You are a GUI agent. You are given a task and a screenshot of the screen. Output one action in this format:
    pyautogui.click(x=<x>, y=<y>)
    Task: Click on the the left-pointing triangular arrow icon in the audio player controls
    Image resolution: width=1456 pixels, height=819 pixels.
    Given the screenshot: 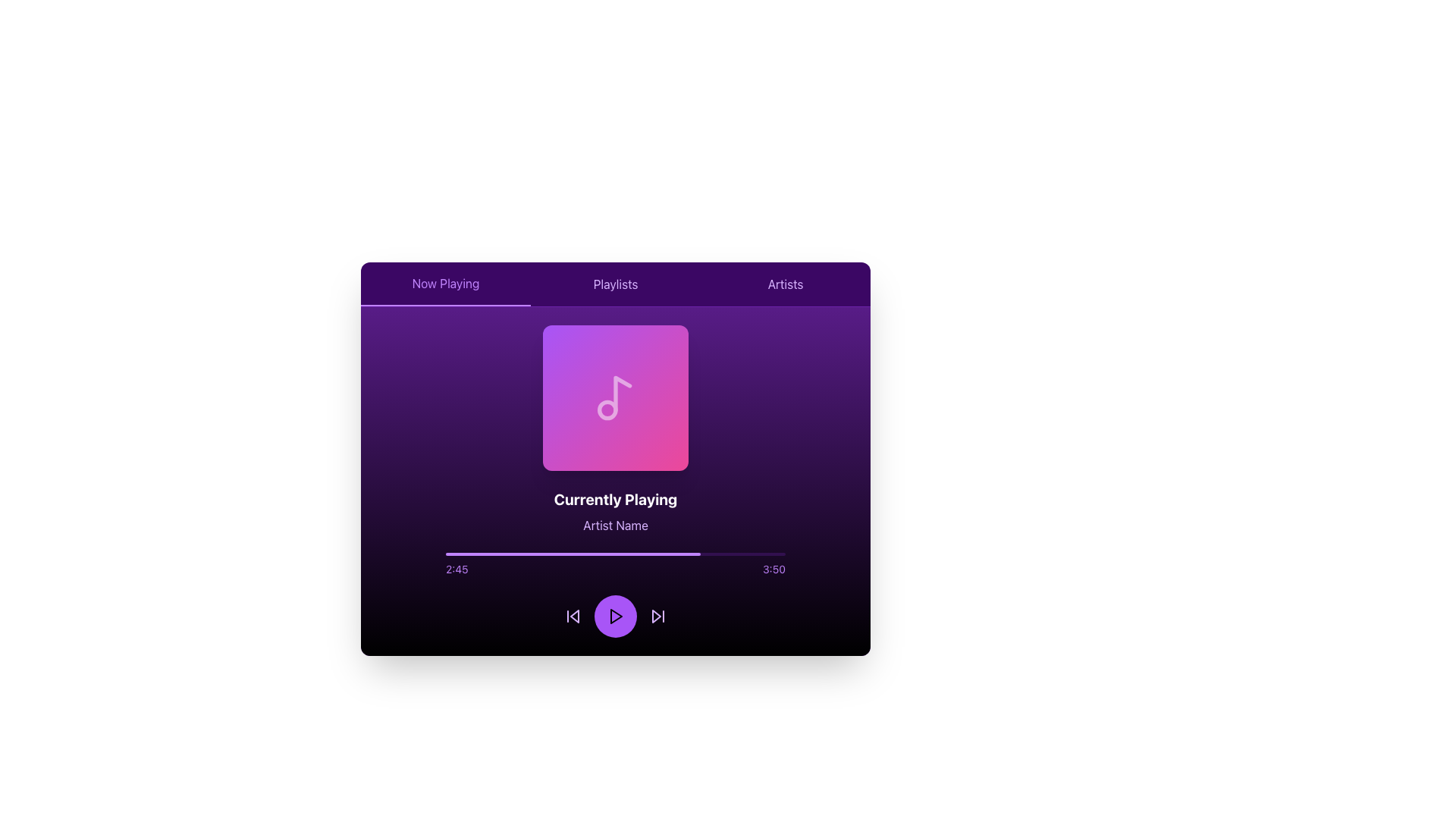 What is the action you would take?
    pyautogui.click(x=574, y=617)
    